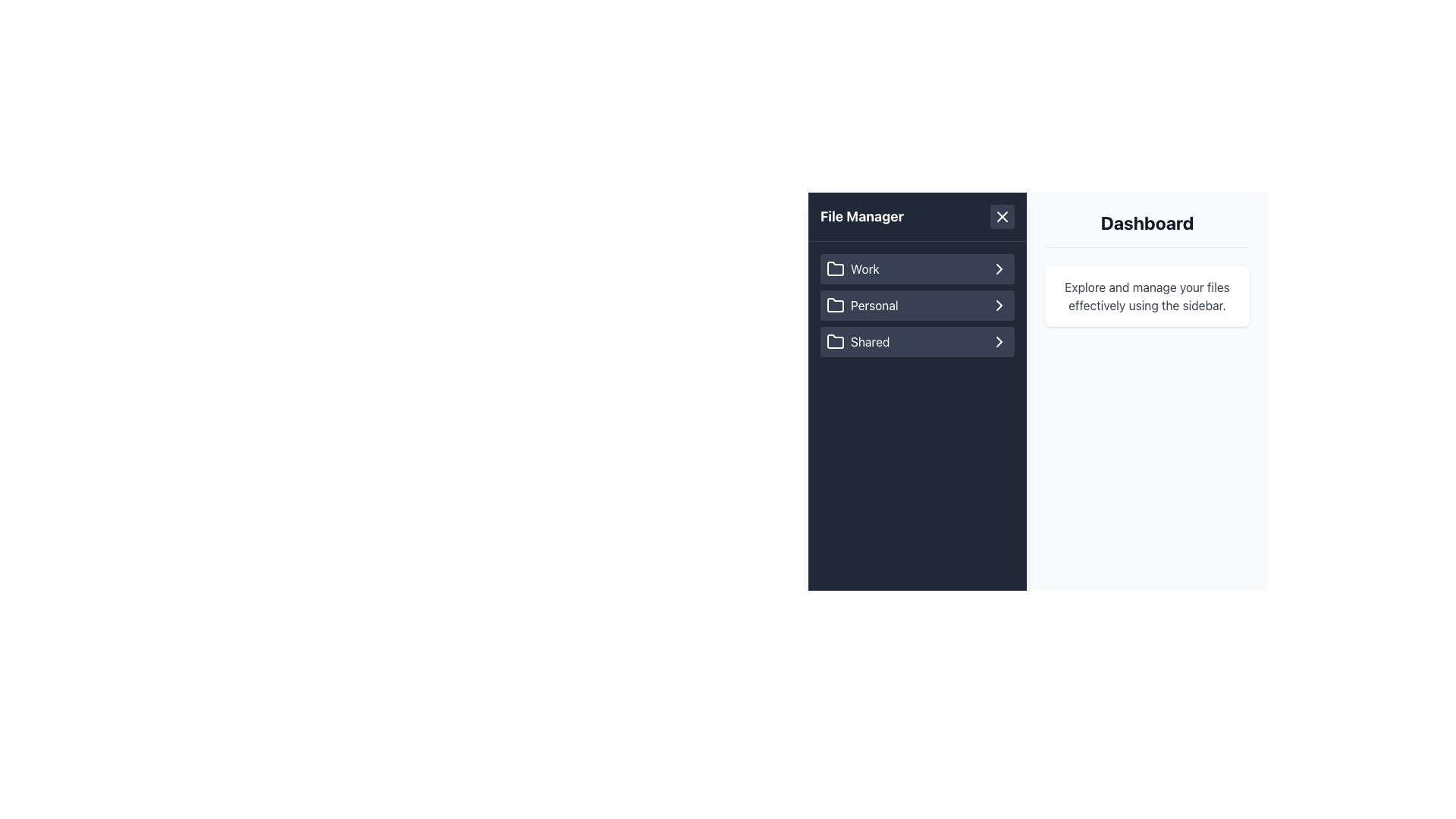 Image resolution: width=1456 pixels, height=819 pixels. Describe the element at coordinates (835, 304) in the screenshot. I see `the second folder icon labeled 'Personal' in the 'File Manager' section, which has a rectangular shape with a folded tab design` at that location.